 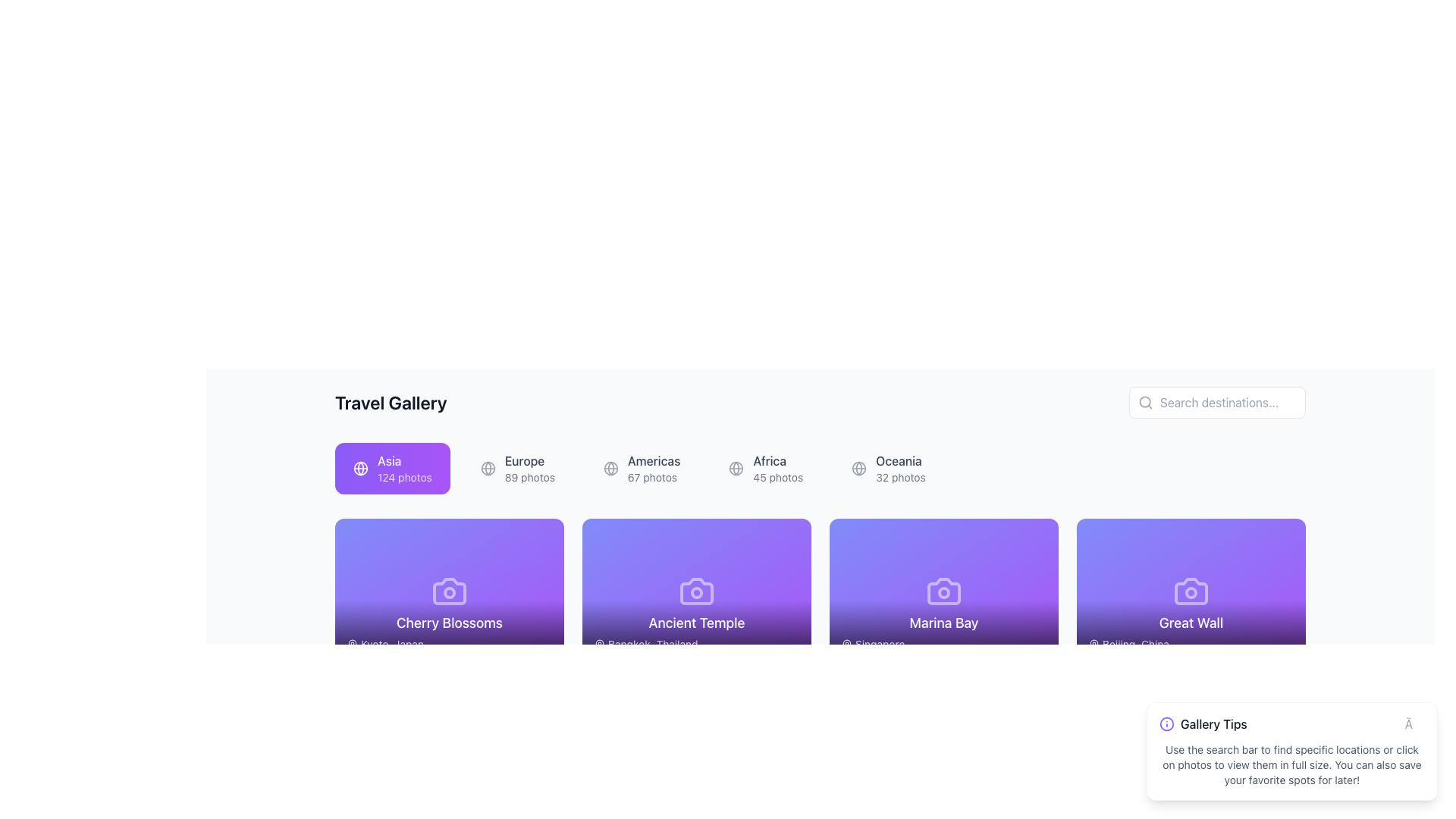 What do you see at coordinates (642, 467) in the screenshot?
I see `the 'Americas' button, which displays 'Americas' in bold with '67 photos' beneath it and a globe icon on the left` at bounding box center [642, 467].